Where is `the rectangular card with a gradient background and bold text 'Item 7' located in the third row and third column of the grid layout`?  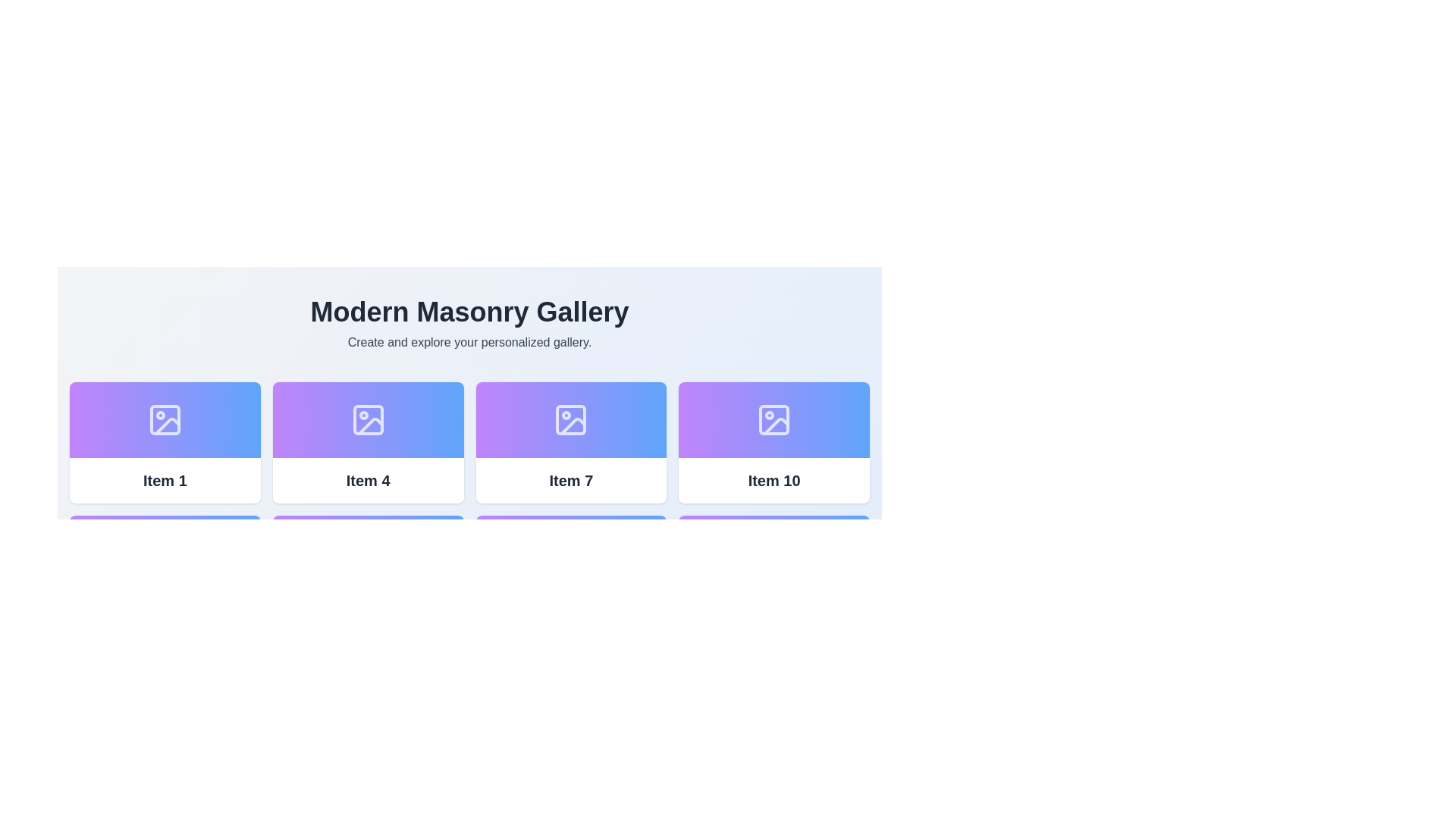
the rectangular card with a gradient background and bold text 'Item 7' located in the third row and third column of the grid layout is located at coordinates (570, 442).